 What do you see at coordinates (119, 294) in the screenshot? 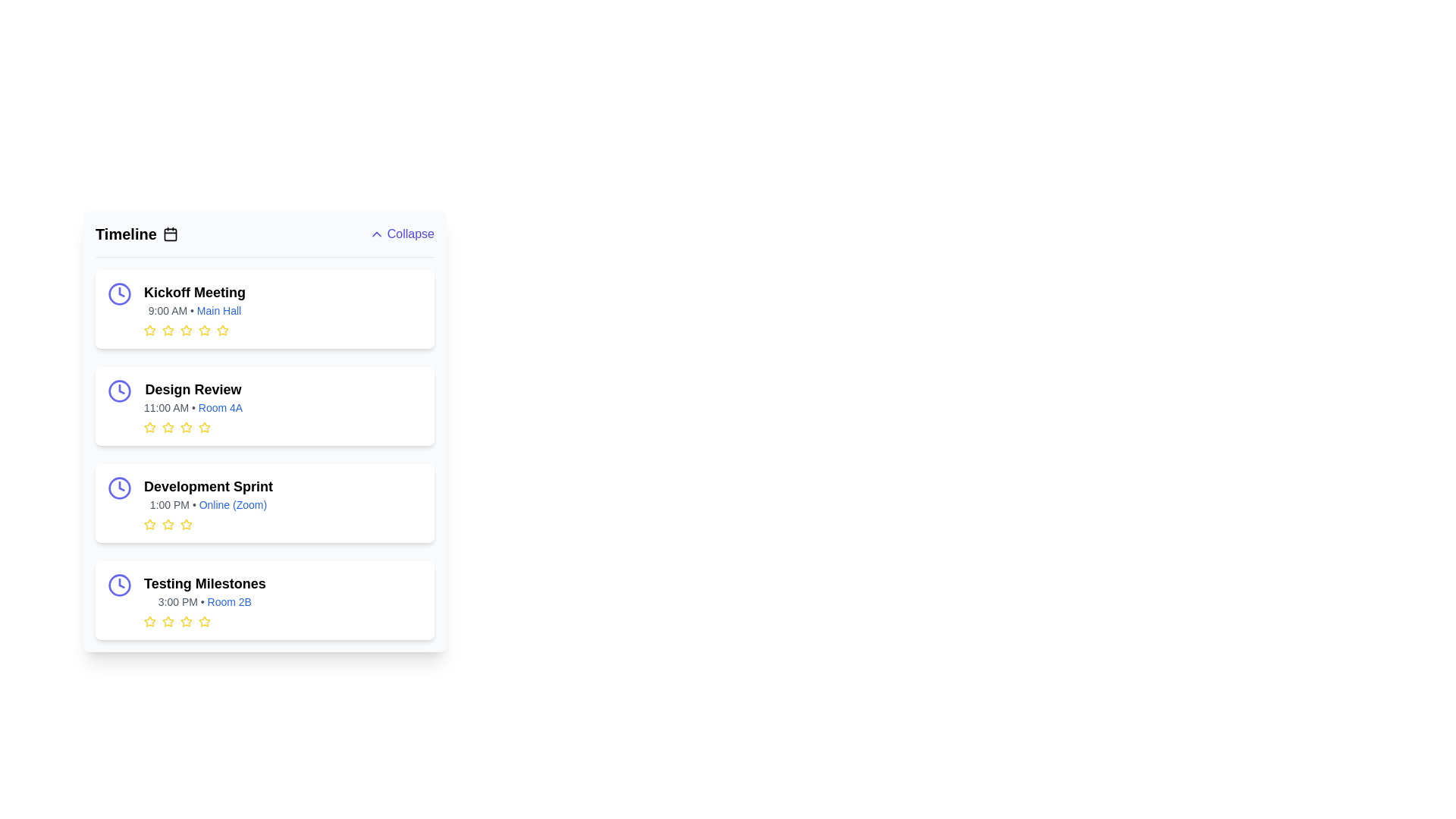
I see `the clock-shaped icon with a blue color located in the top-left corner of the card containing the text 'Kickoff Meeting'` at bounding box center [119, 294].